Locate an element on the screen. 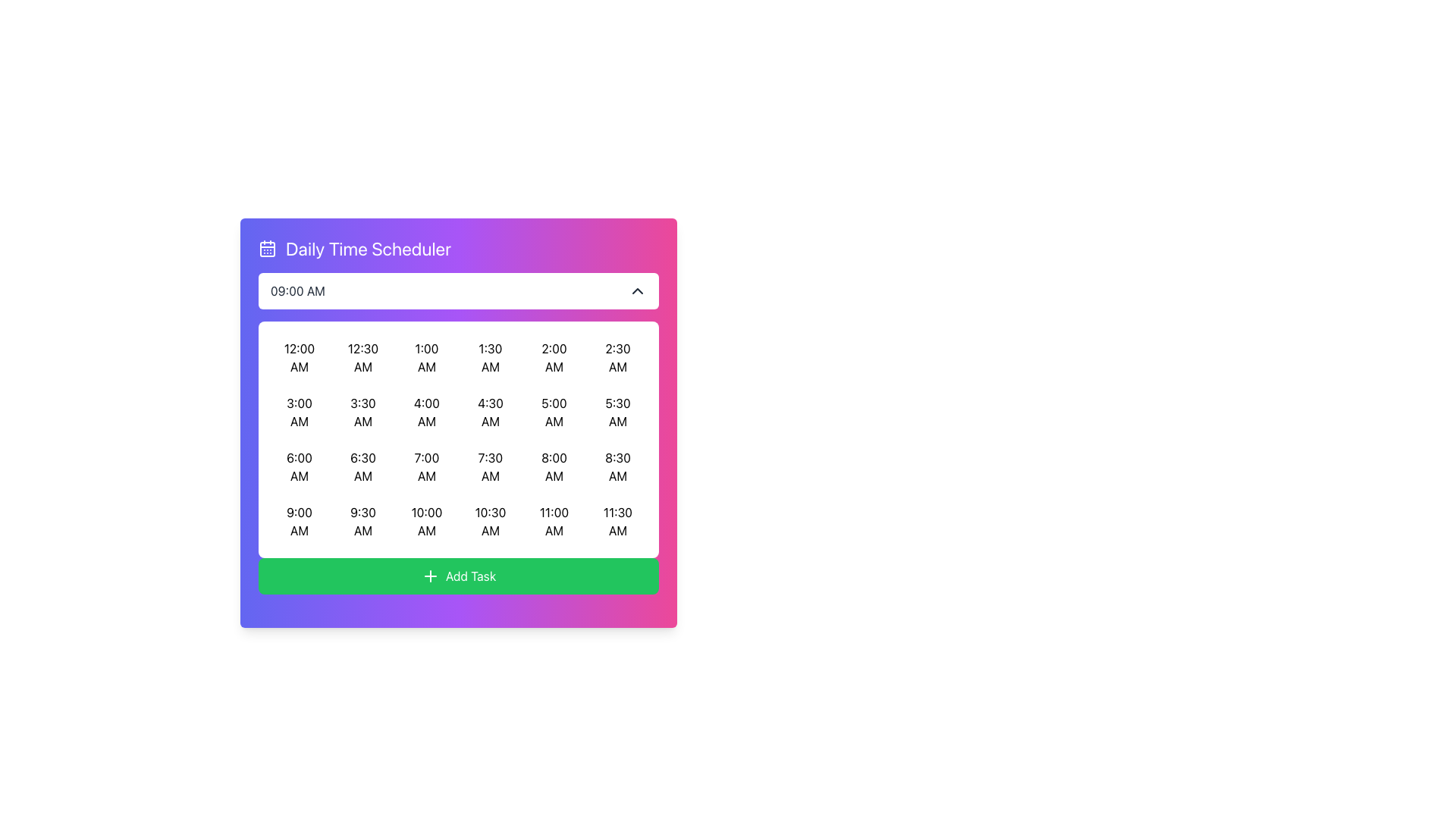 Image resolution: width=1456 pixels, height=819 pixels. the '7:30 AM' button in the third row and eighth column of the Daily Time Scheduler is located at coordinates (491, 466).